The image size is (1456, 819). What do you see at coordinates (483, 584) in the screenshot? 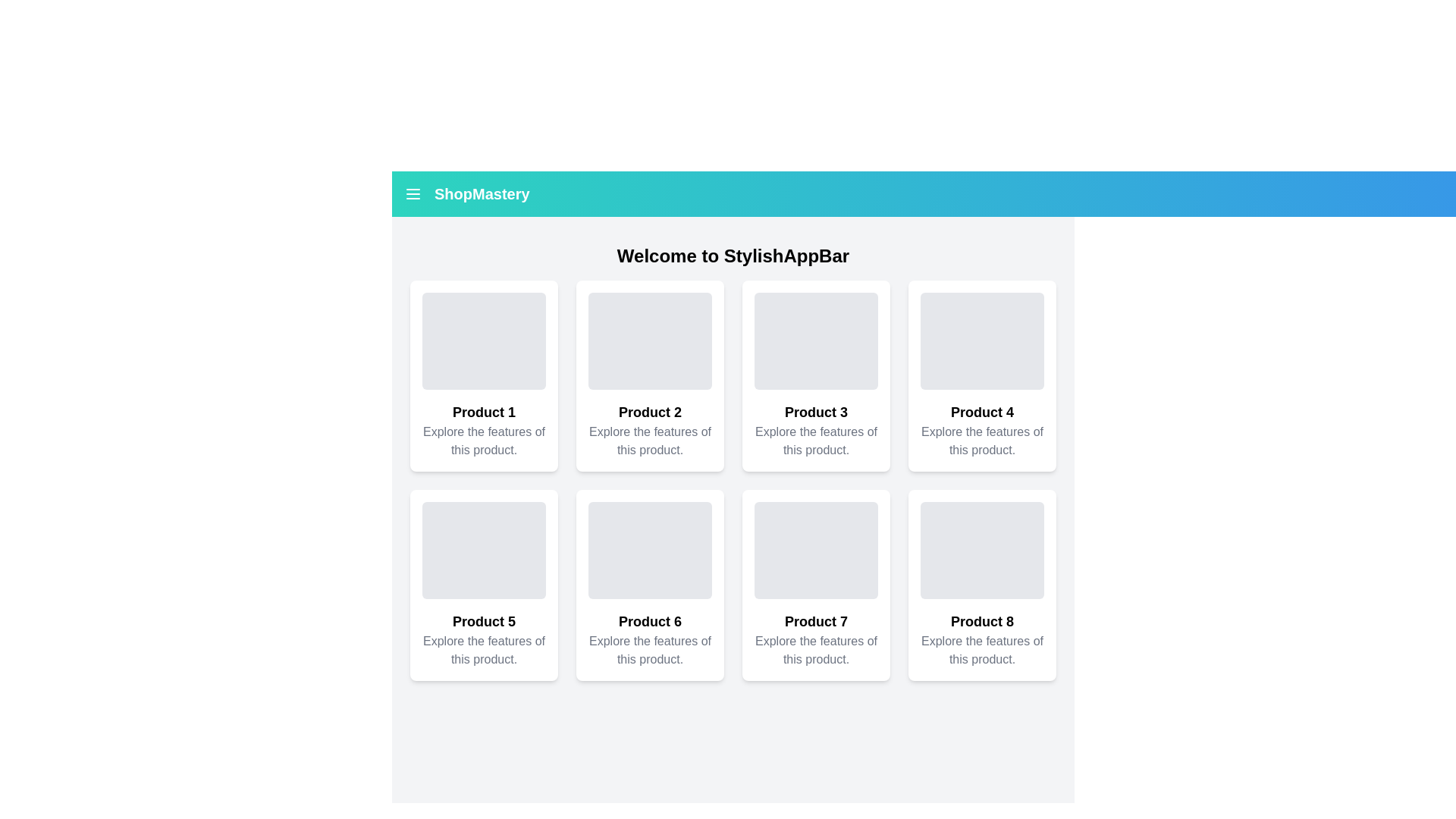
I see `the fifth Card component in the grid layout that serves as a visual representation of a product, located below 'Product 1' and to the left of 'Product 6'` at bounding box center [483, 584].